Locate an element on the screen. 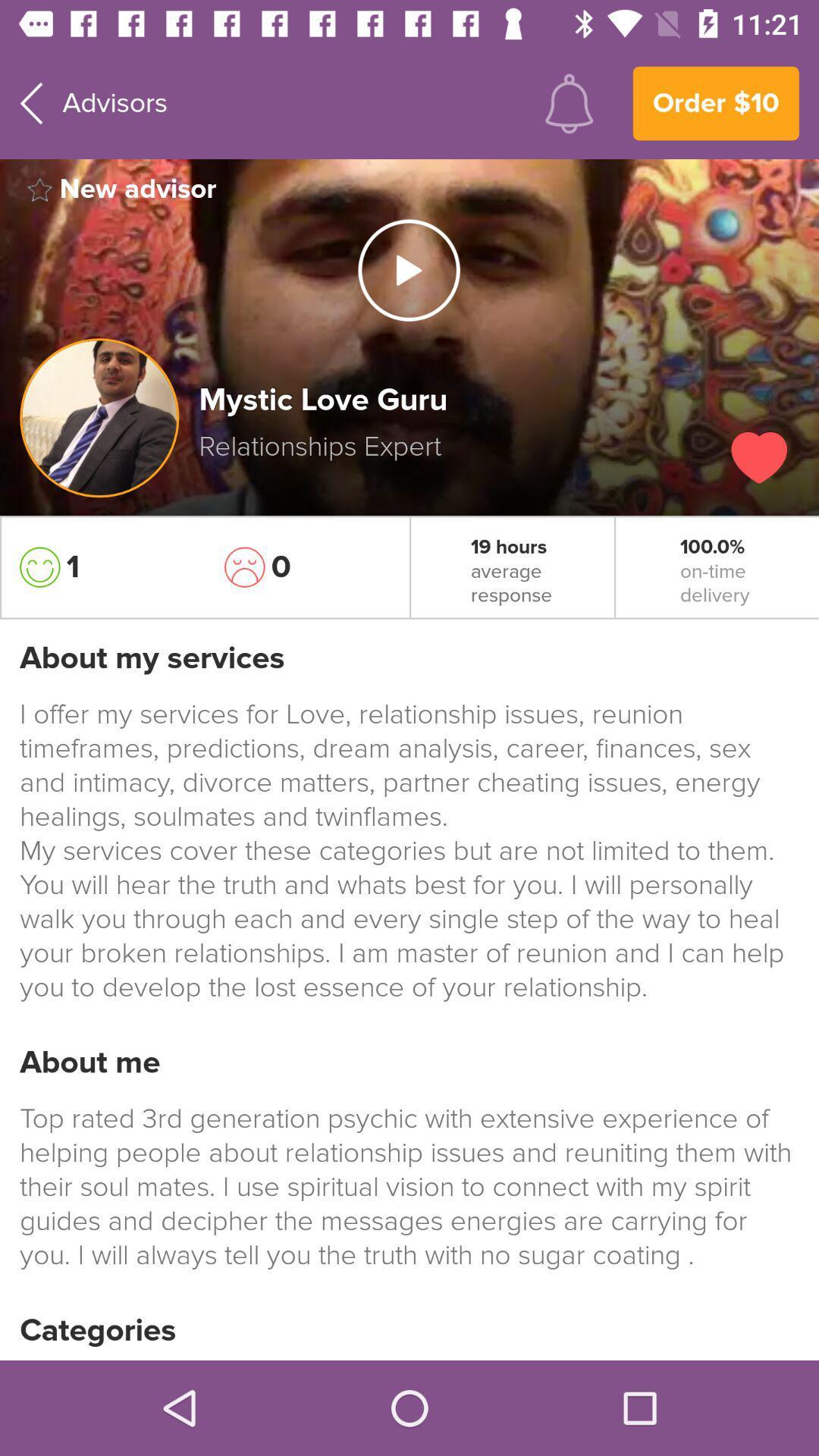 This screenshot has width=819, height=1456. the item to the right of the mystic love guru is located at coordinates (759, 457).